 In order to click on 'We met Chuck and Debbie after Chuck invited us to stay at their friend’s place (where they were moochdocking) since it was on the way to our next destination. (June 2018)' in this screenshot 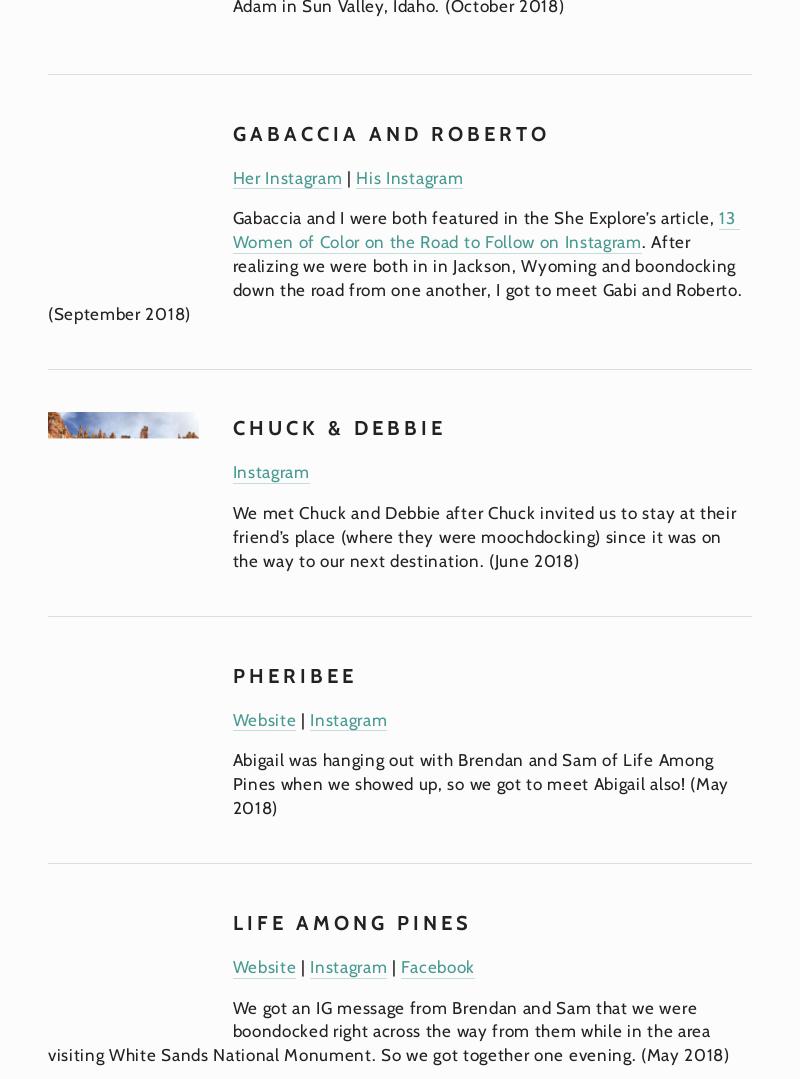, I will do `click(486, 536)`.